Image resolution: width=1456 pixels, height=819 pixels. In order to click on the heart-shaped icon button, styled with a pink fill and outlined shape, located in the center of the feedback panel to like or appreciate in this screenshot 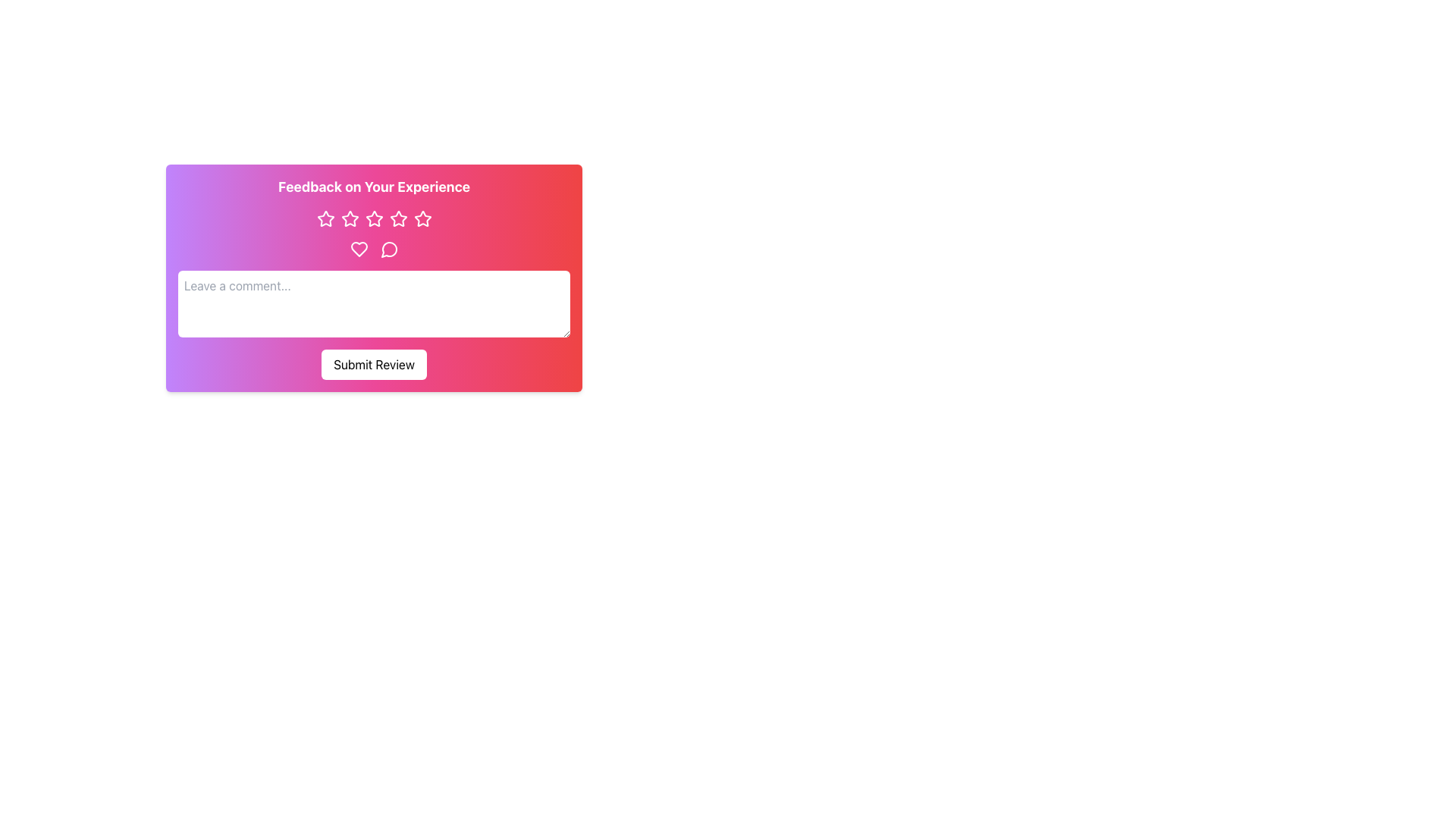, I will do `click(358, 248)`.